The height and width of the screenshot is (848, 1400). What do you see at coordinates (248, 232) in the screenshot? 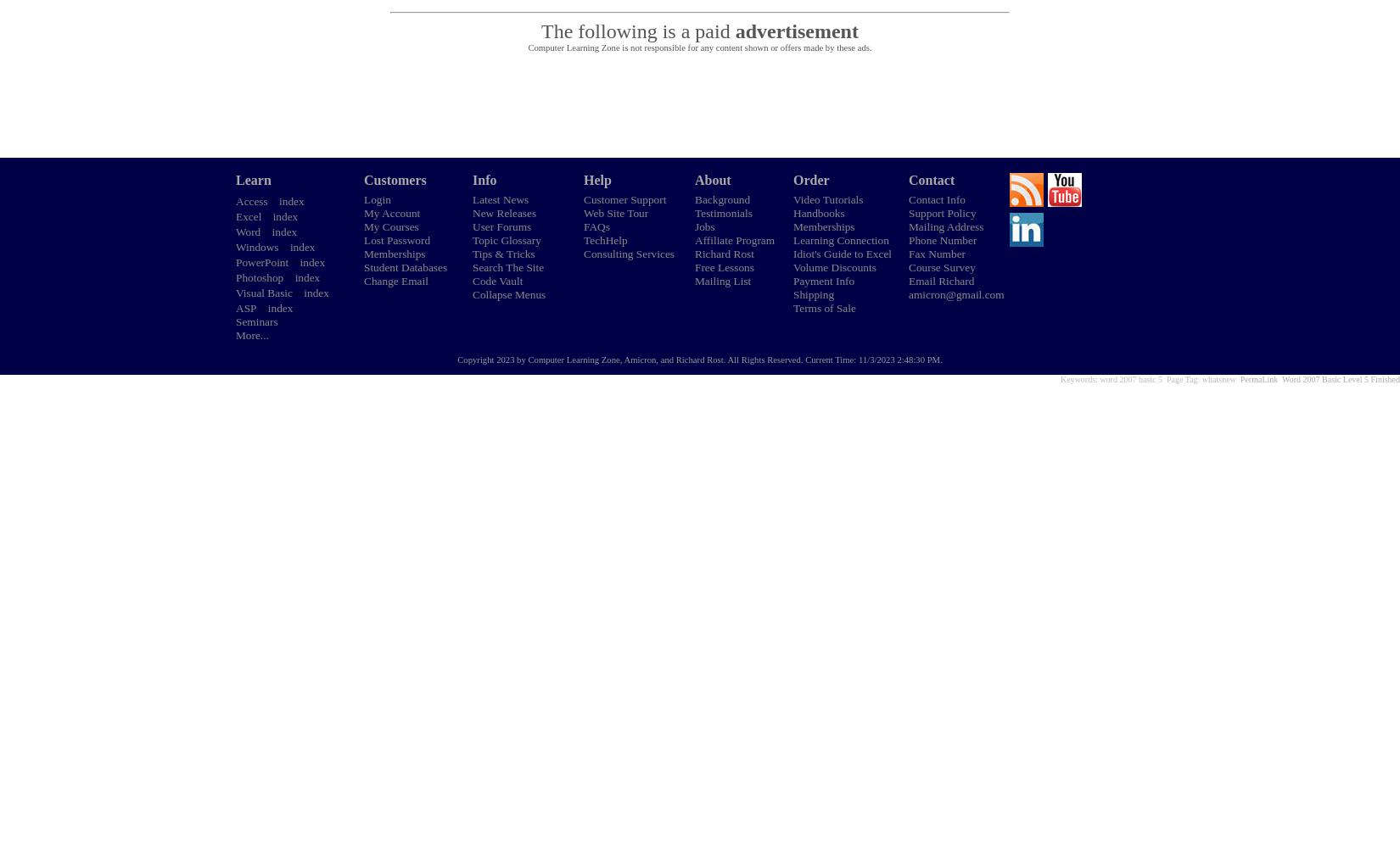
I see `'Word'` at bounding box center [248, 232].